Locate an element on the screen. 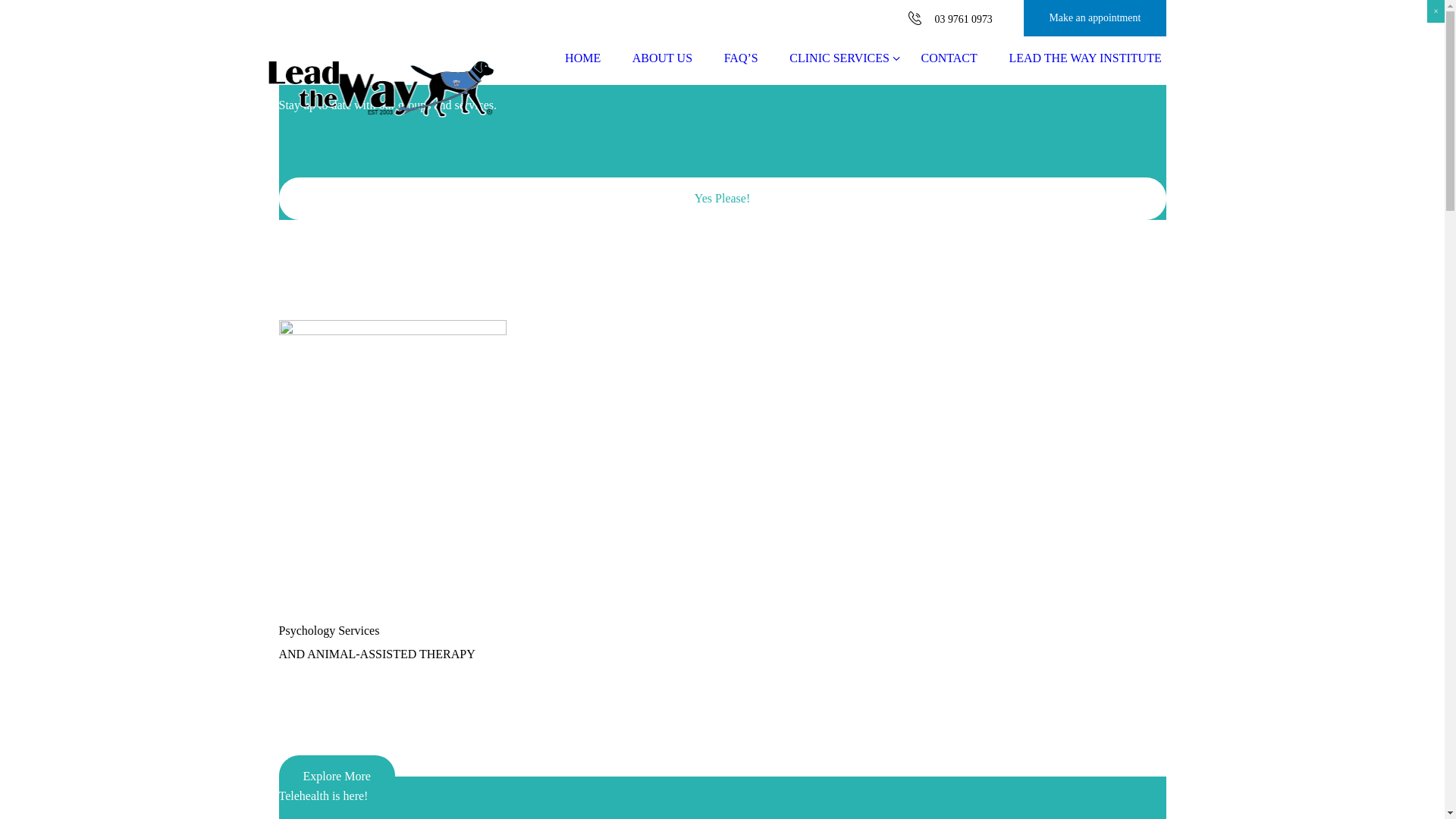 This screenshot has width=1456, height=819. 'Yes Please!' is located at coordinates (722, 198).